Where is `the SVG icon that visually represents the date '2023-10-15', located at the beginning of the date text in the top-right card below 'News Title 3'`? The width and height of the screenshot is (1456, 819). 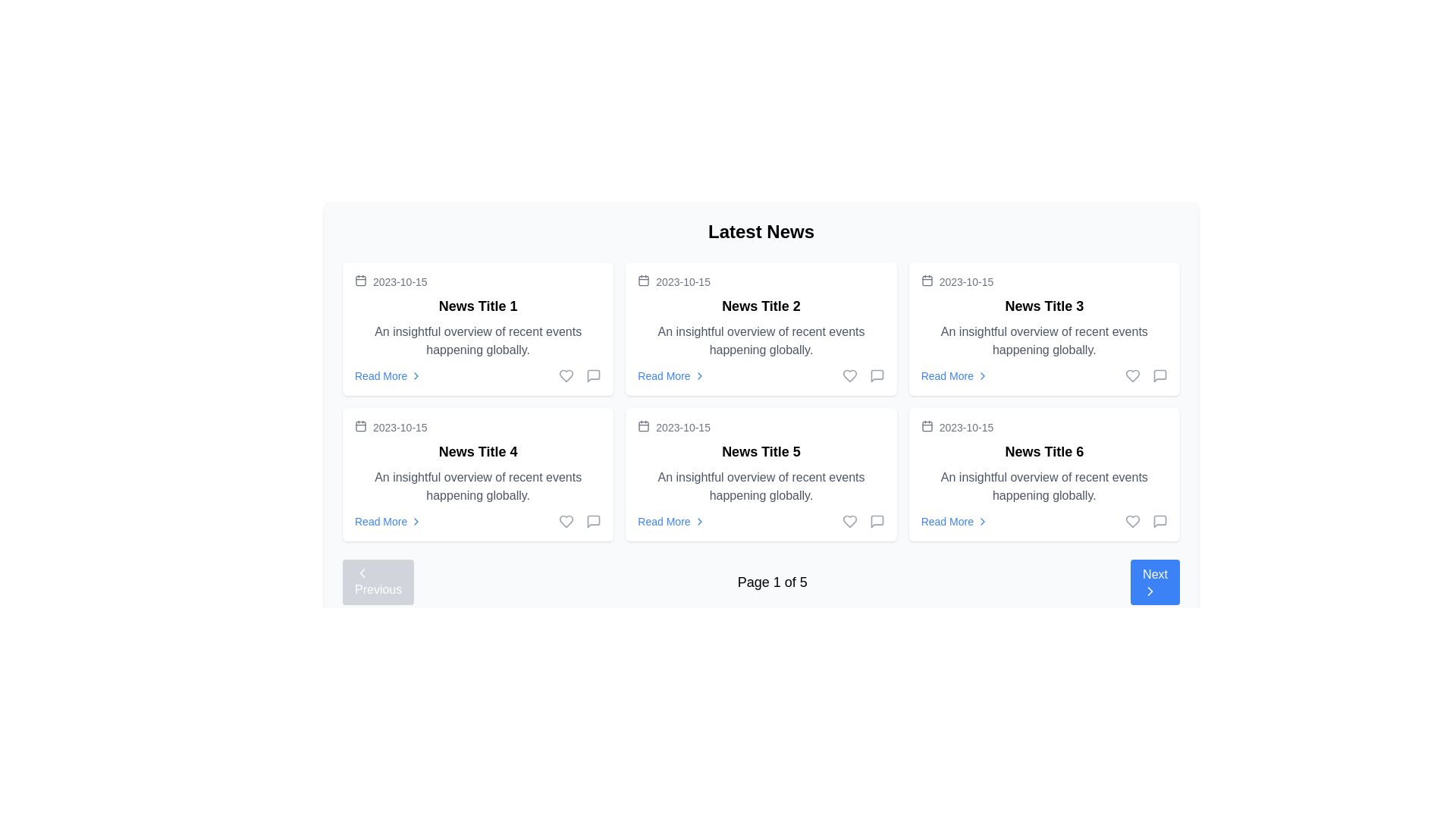
the SVG icon that visually represents the date '2023-10-15', located at the beginning of the date text in the top-right card below 'News Title 3' is located at coordinates (926, 426).